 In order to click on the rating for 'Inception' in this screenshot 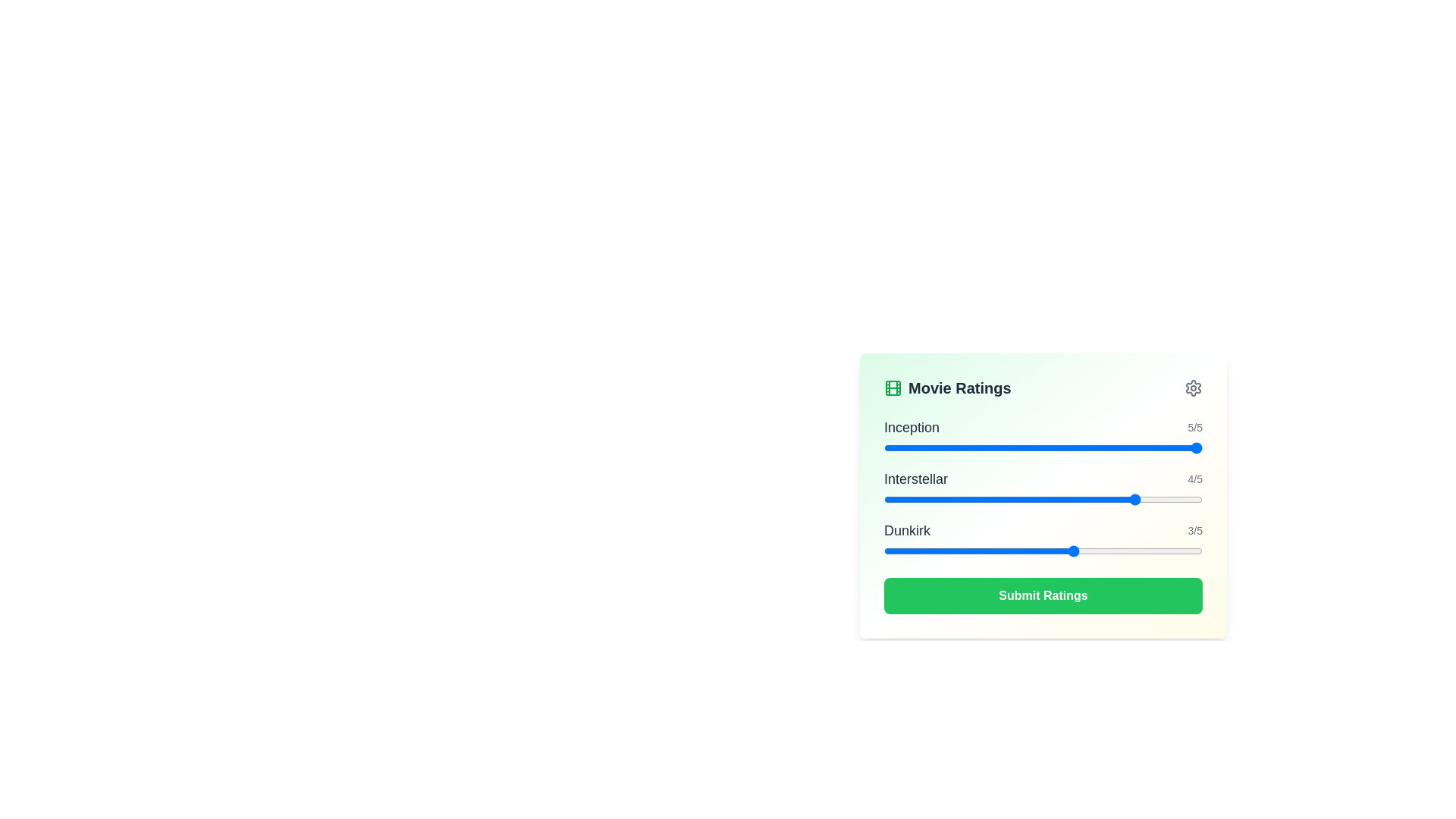, I will do `click(1139, 447)`.